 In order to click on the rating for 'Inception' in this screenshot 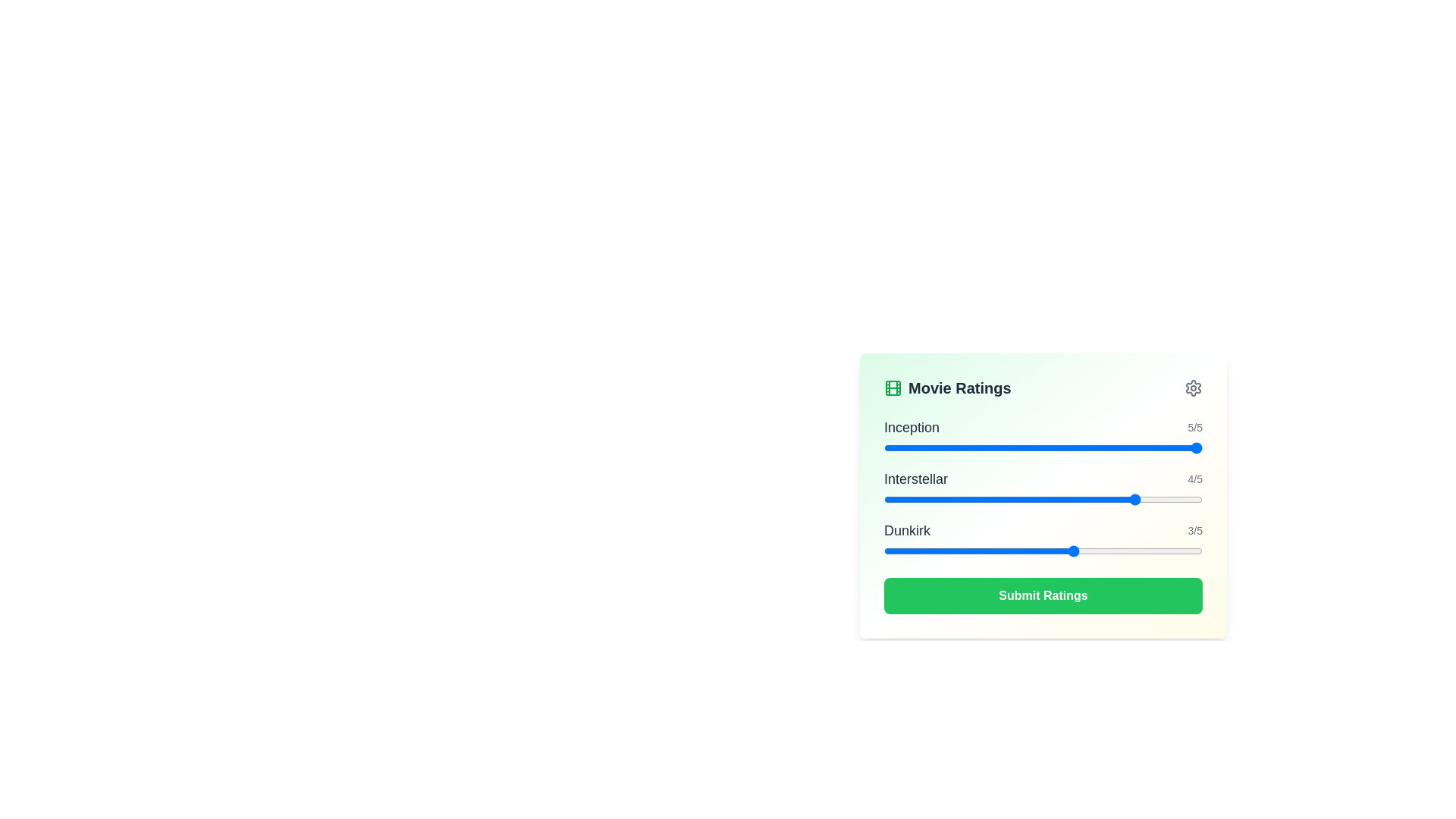, I will do `click(1139, 447)`.